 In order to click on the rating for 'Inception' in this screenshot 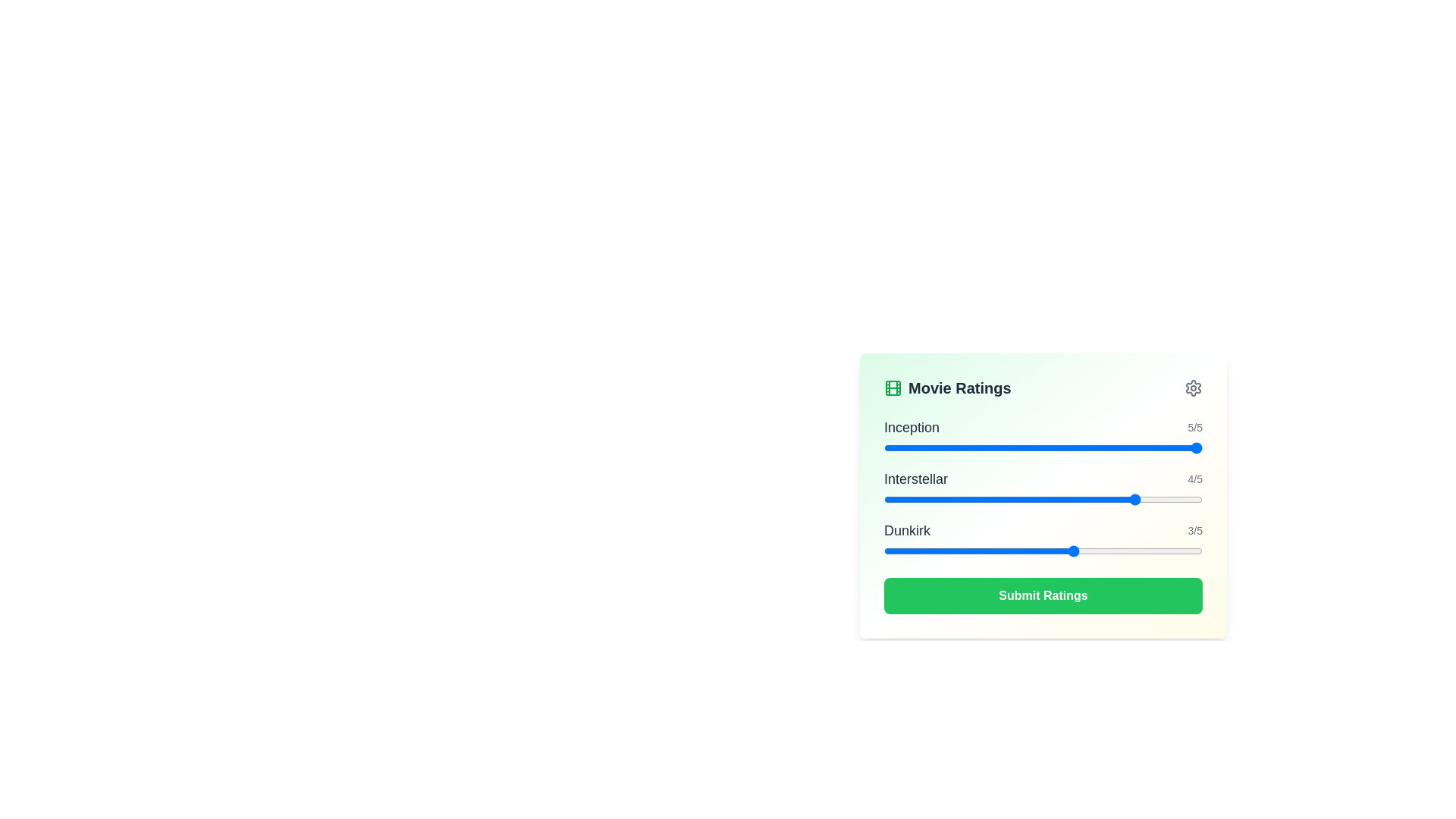, I will do `click(1139, 447)`.